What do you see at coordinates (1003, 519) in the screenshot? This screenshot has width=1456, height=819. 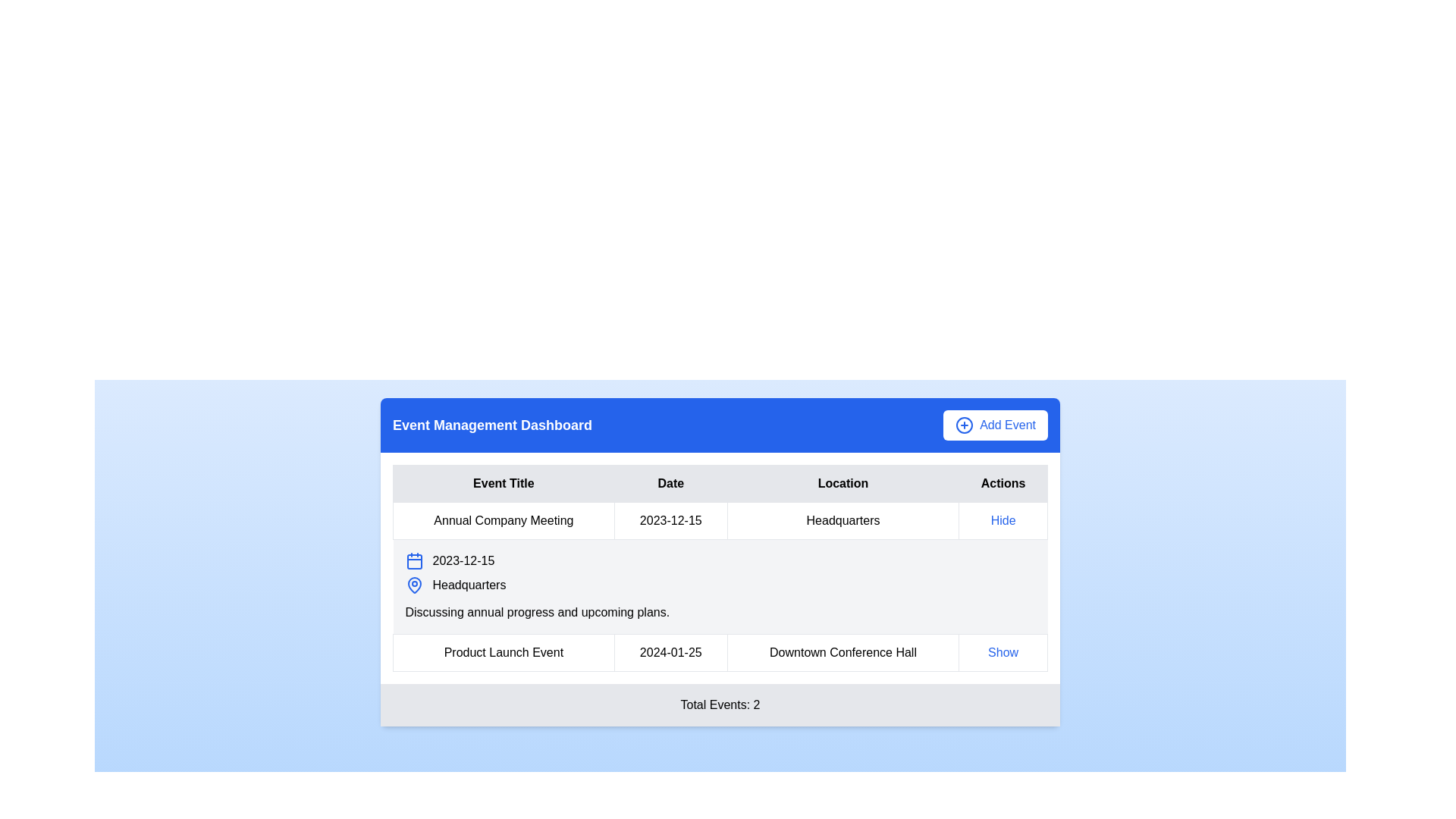 I see `the Interactive Link in the 'Actions' column of the first row for the event titled 'Annual Company Meeting' to hide the event details` at bounding box center [1003, 519].